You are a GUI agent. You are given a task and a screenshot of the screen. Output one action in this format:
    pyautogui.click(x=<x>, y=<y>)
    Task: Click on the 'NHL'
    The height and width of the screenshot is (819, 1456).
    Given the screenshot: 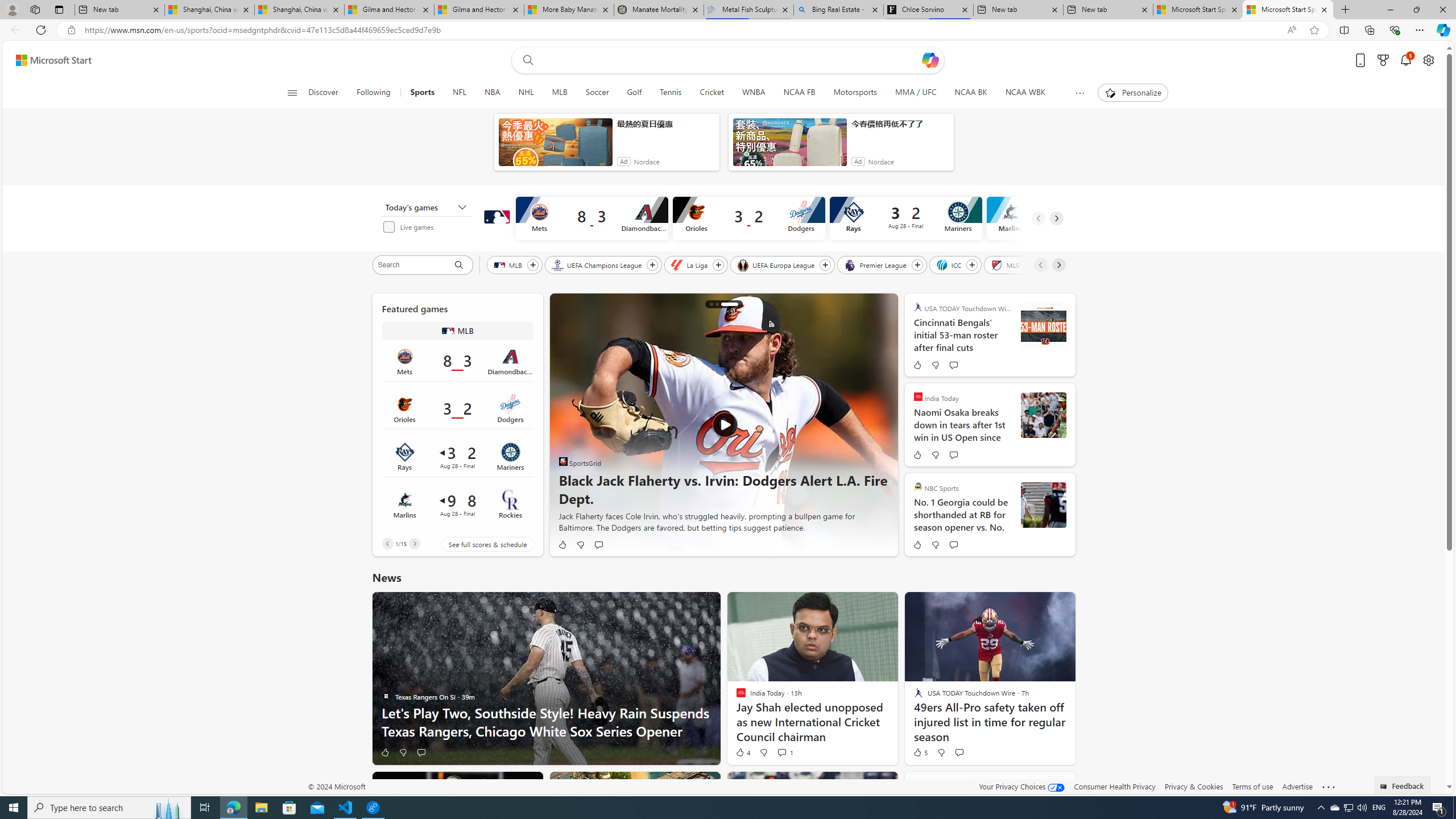 What is the action you would take?
    pyautogui.click(x=526, y=92)
    